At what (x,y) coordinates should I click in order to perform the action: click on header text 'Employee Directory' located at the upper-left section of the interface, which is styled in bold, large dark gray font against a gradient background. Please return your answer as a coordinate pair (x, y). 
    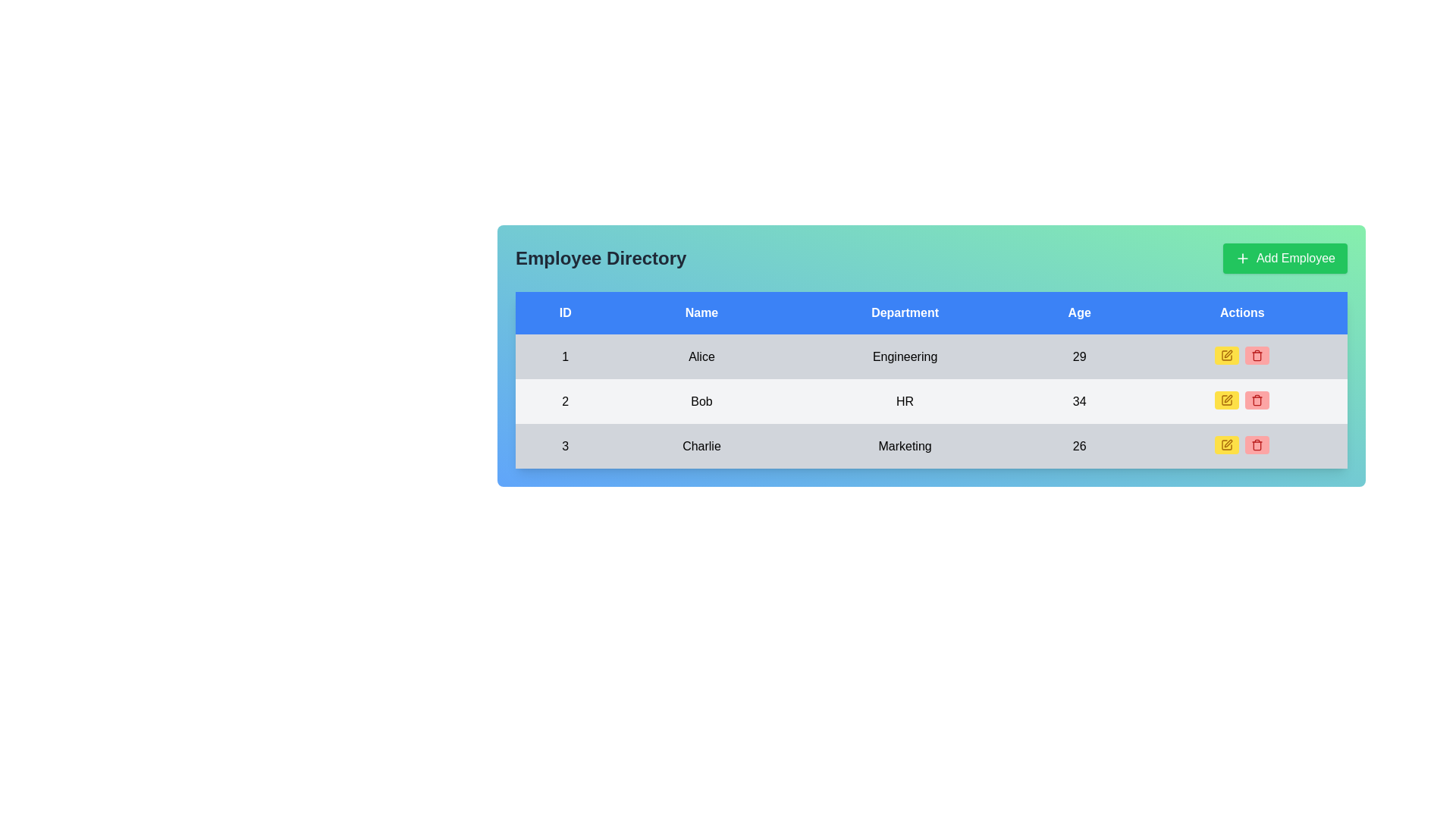
    Looking at the image, I should click on (600, 257).